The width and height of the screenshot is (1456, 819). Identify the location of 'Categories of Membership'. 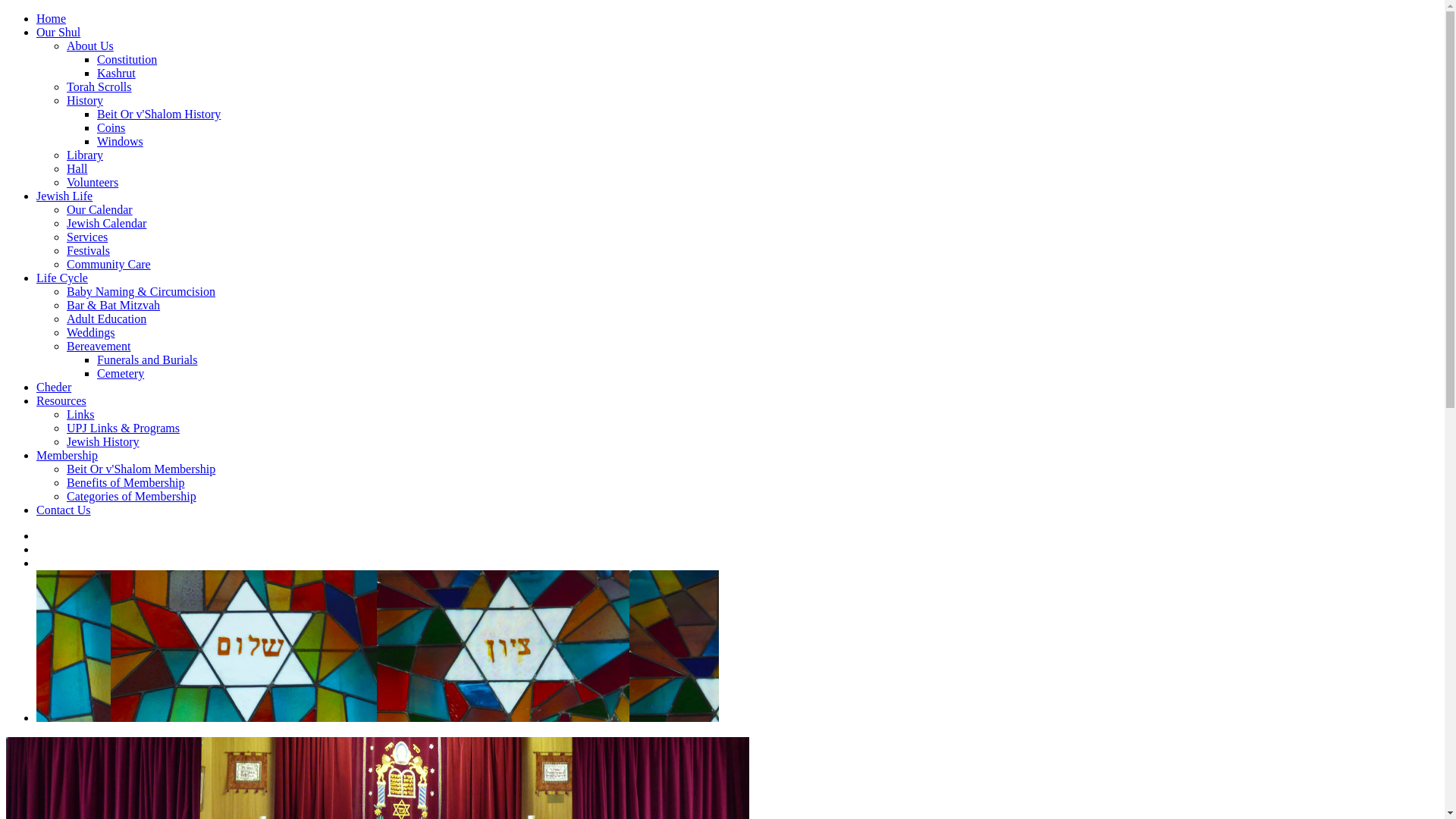
(131, 496).